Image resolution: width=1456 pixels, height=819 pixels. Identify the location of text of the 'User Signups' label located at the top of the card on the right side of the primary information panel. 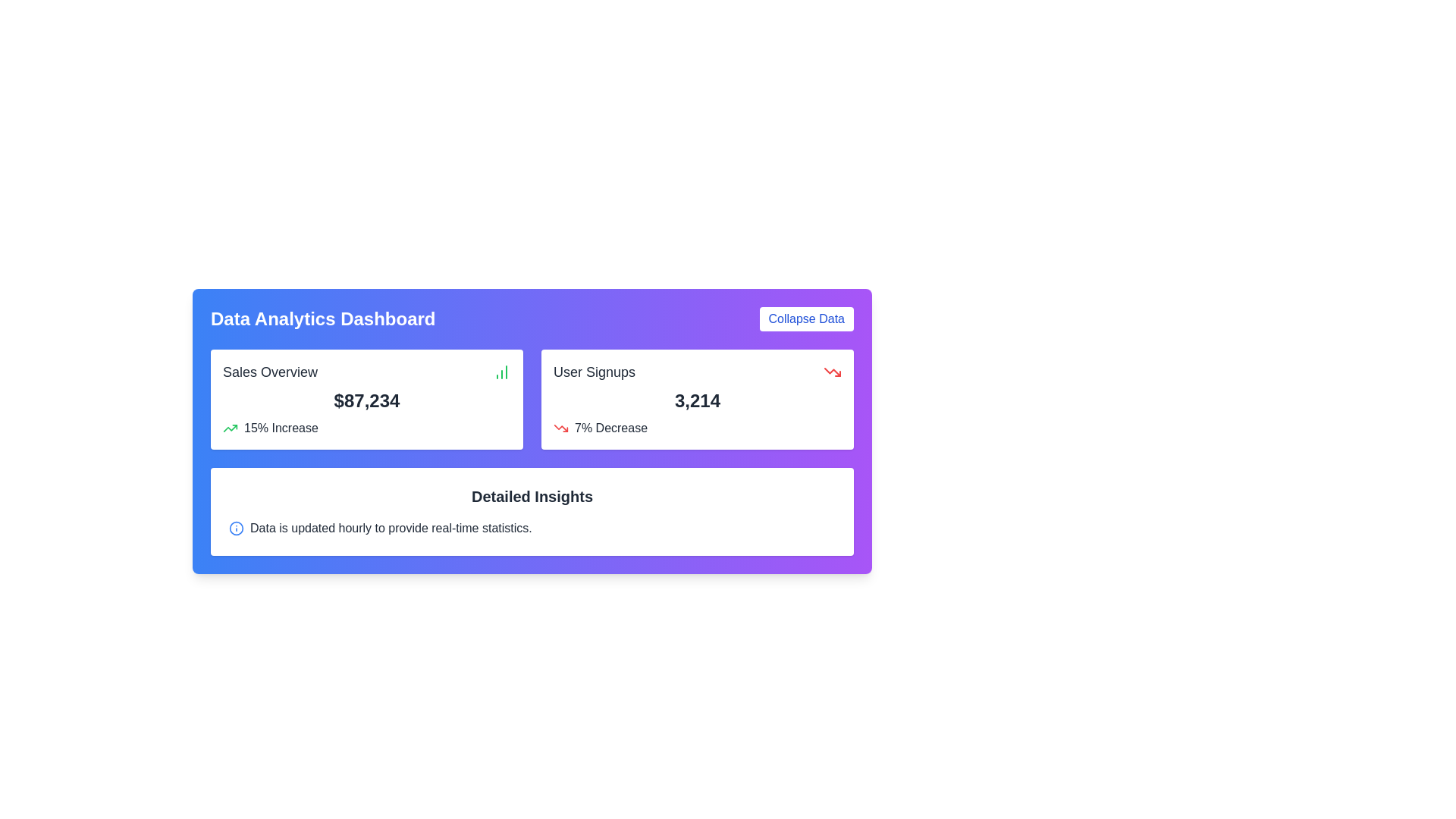
(593, 372).